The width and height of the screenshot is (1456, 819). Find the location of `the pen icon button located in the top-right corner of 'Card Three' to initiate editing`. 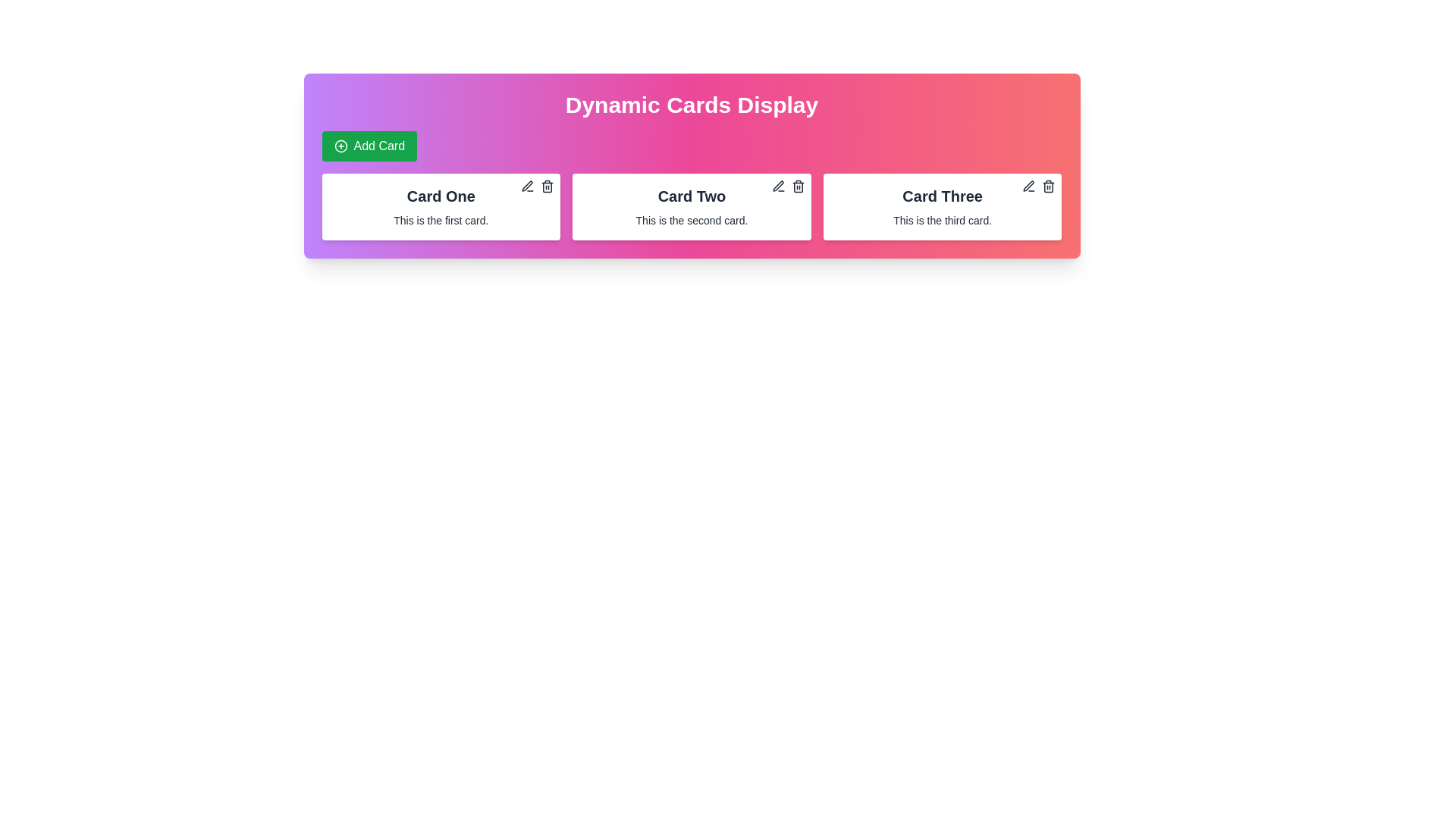

the pen icon button located in the top-right corner of 'Card Three' to initiate editing is located at coordinates (1029, 185).